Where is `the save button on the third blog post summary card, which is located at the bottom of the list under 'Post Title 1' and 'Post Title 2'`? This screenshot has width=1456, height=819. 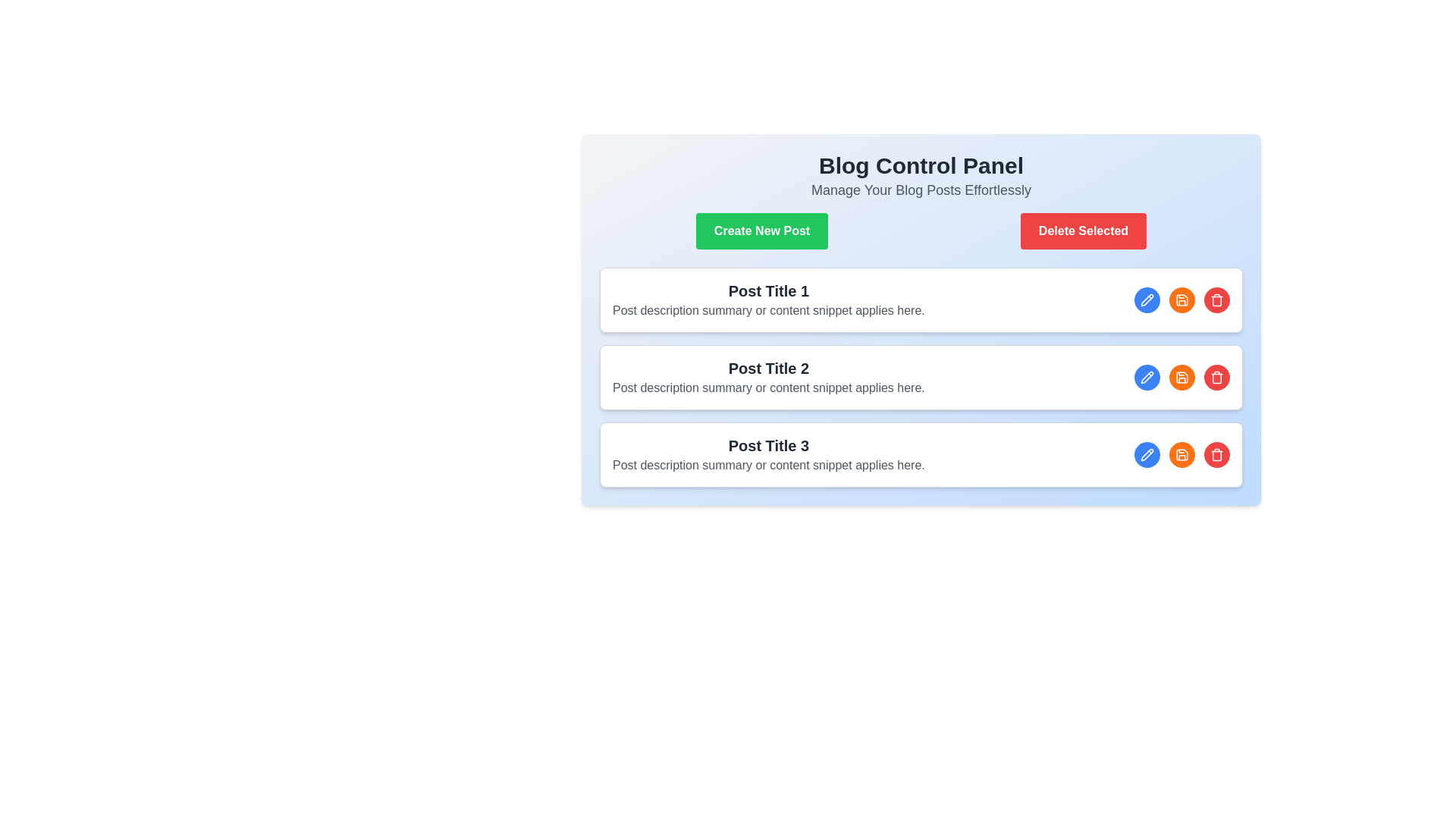
the save button on the third blog post summary card, which is located at the bottom of the list under 'Post Title 1' and 'Post Title 2' is located at coordinates (920, 454).